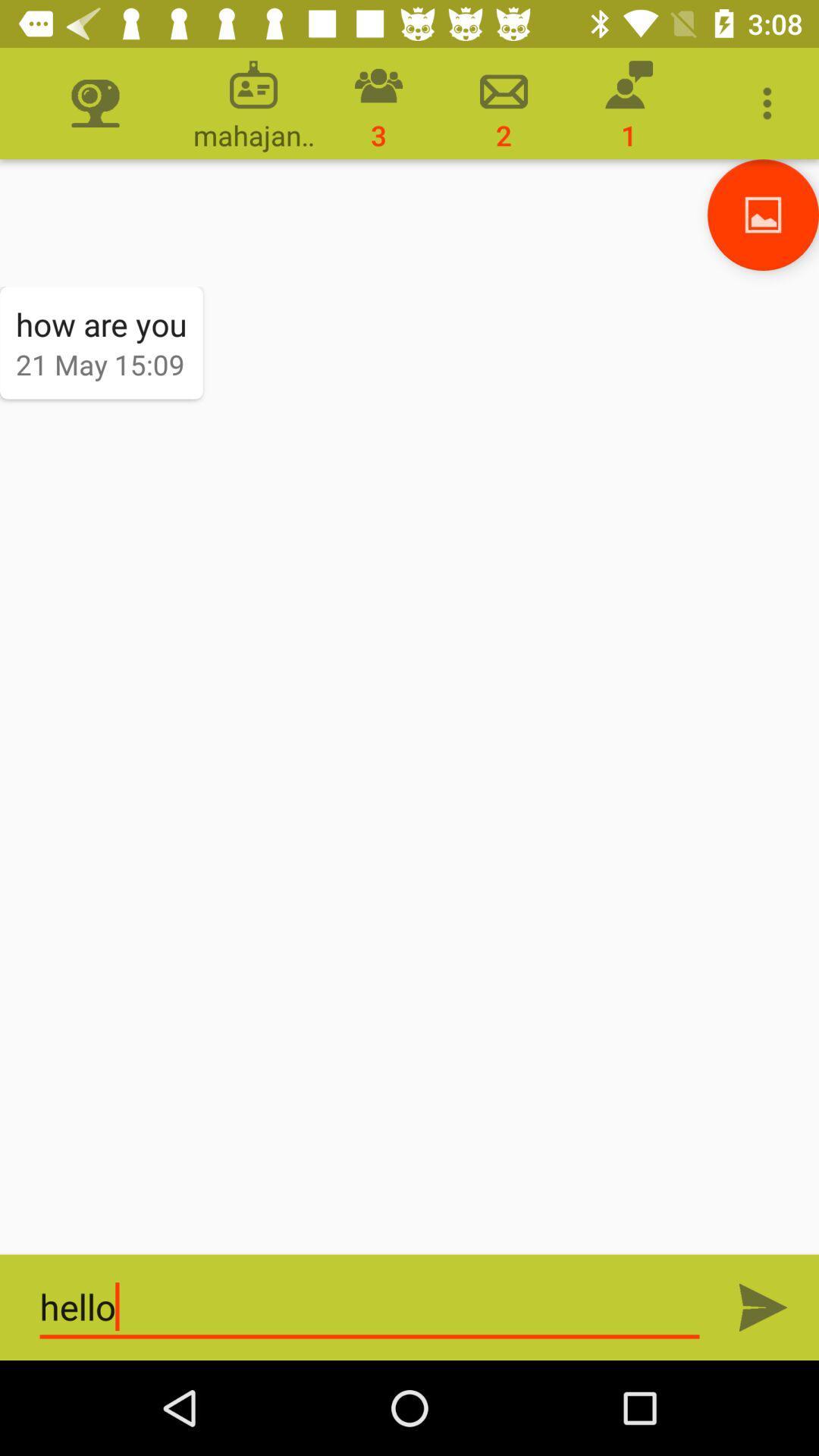 This screenshot has width=819, height=1456. What do you see at coordinates (763, 214) in the screenshot?
I see `the wallpaper icon` at bounding box center [763, 214].